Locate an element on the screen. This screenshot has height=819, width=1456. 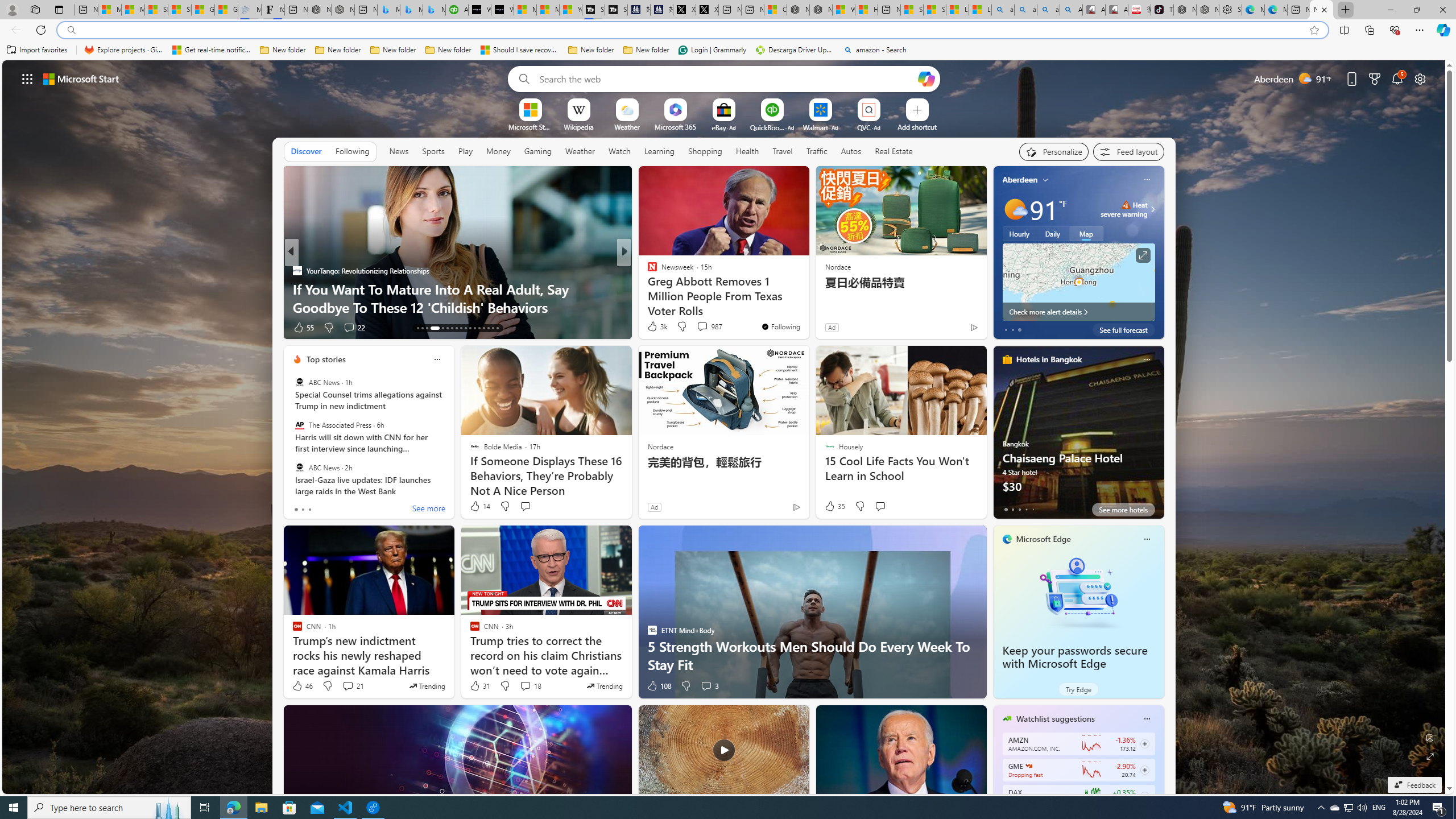
'Gaming' is located at coordinates (537, 150).